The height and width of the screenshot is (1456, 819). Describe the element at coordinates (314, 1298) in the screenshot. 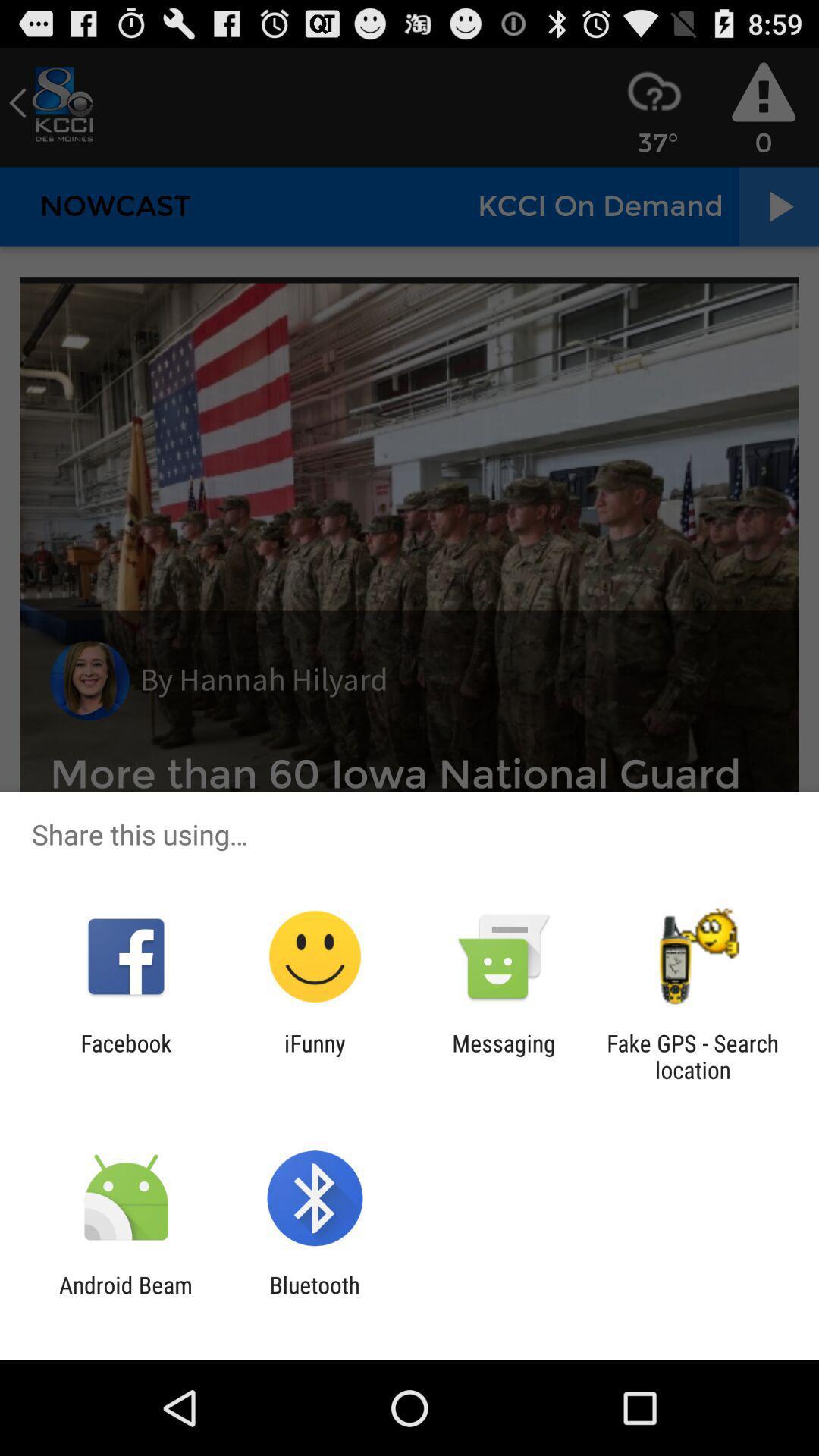

I see `bluetooth item` at that location.